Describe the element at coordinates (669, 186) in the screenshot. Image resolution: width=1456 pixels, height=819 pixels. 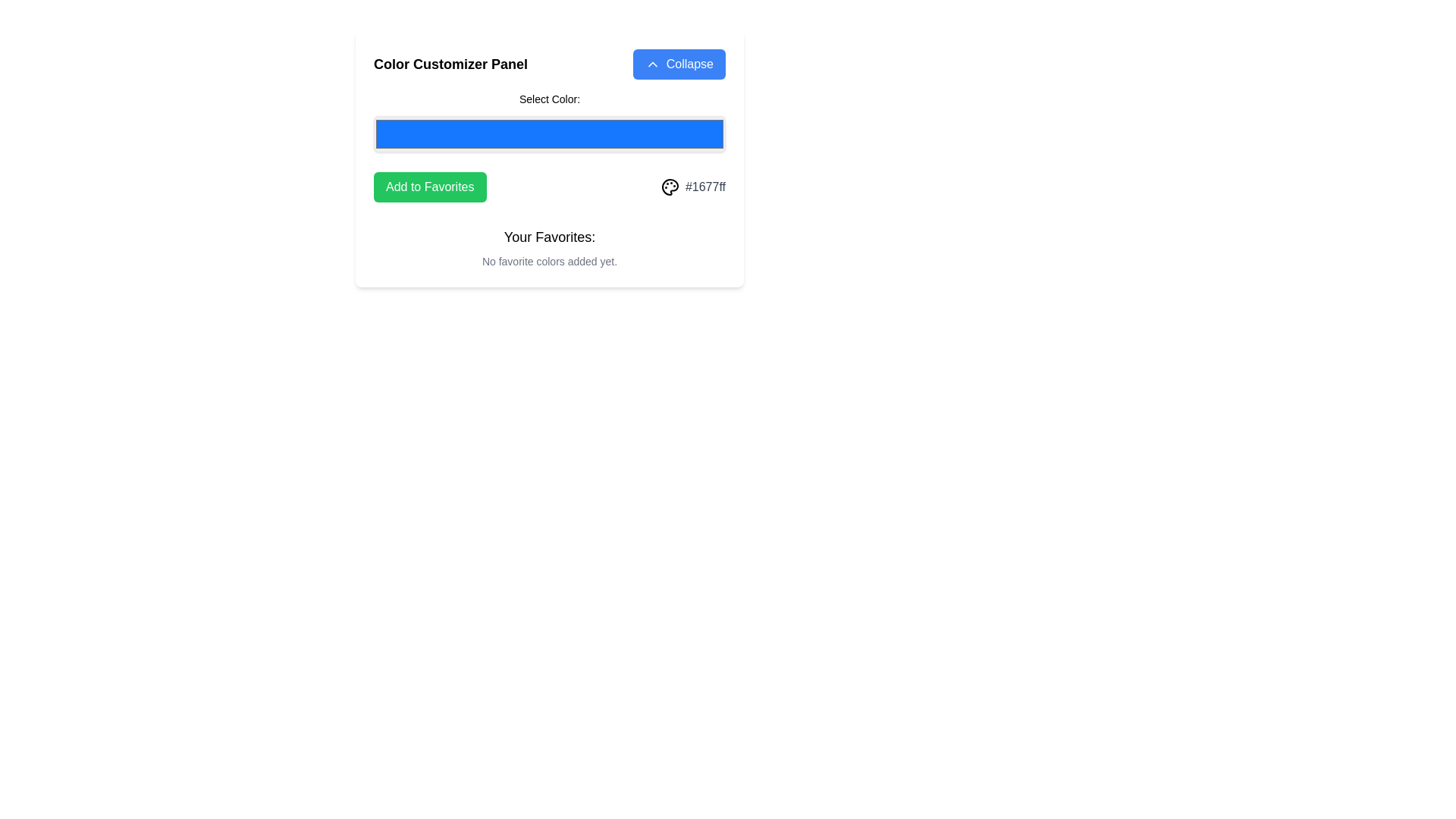
I see `the decorative palette icon located in the top-right corner of the Color Customizer panel` at that location.